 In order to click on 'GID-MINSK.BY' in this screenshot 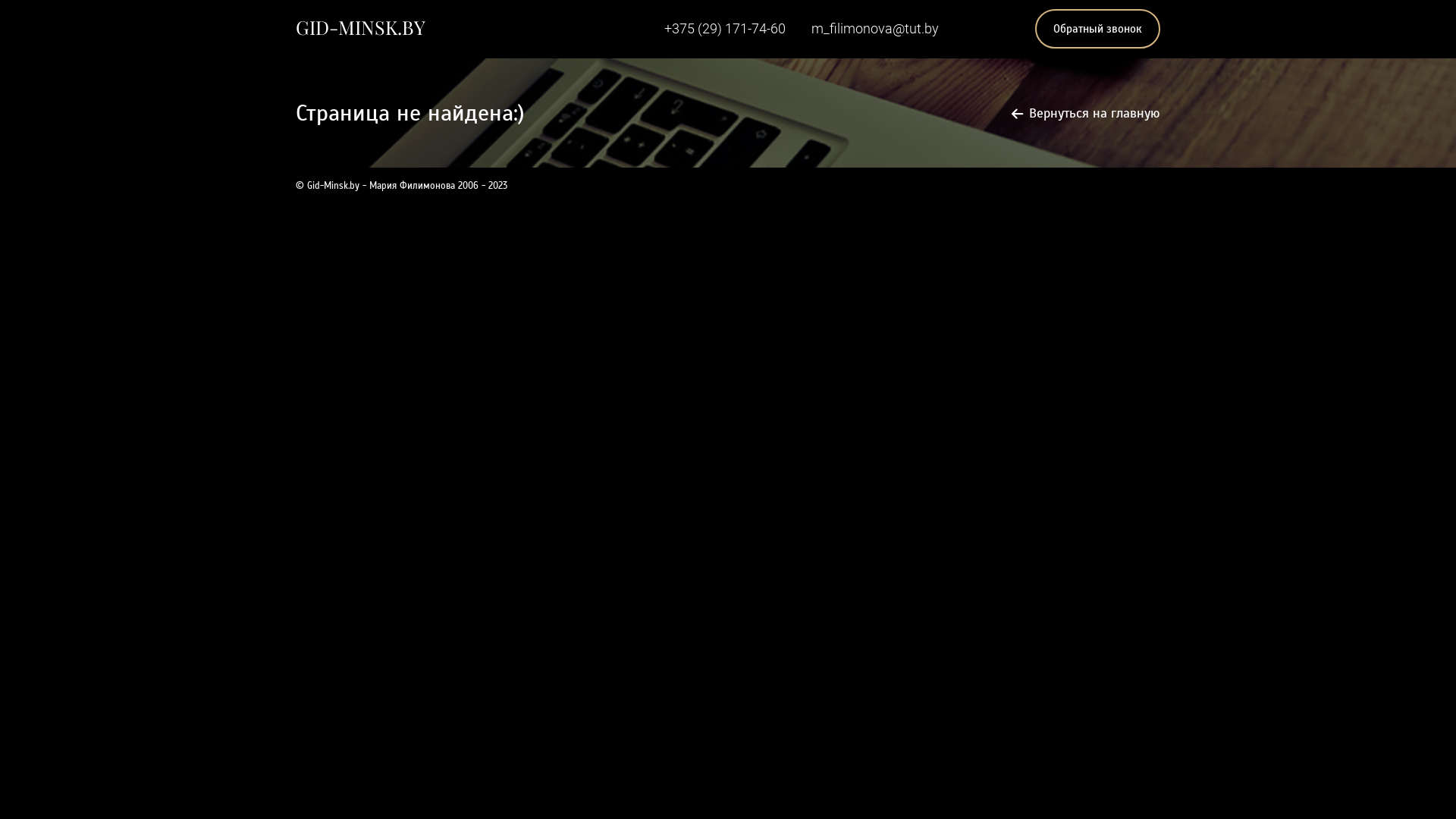, I will do `click(359, 27)`.